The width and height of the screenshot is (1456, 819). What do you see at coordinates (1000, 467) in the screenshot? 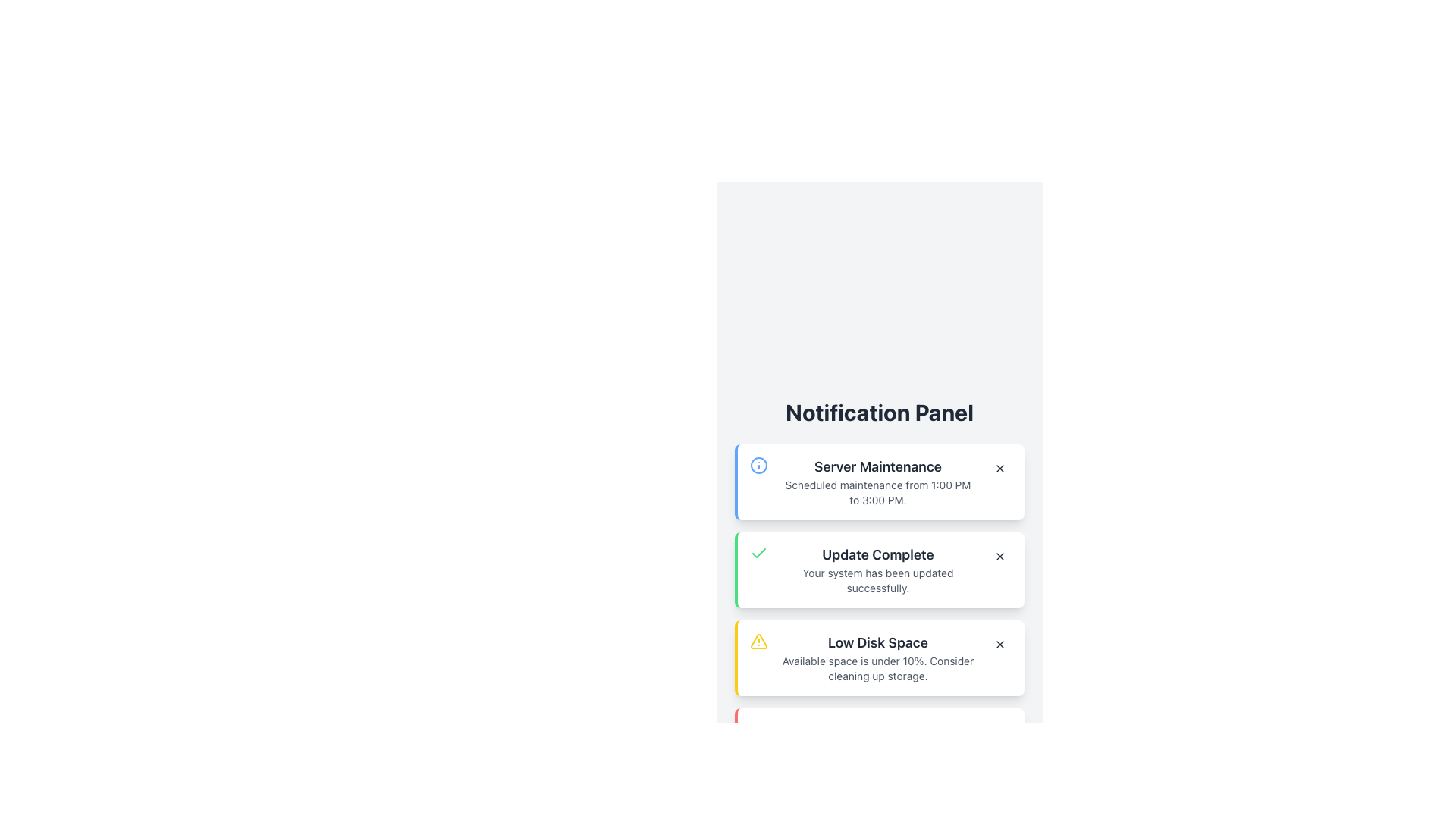
I see `the close icon button resembling an 'X' located at the top-right corner of the 'Server Maintenance' notification card` at bounding box center [1000, 467].